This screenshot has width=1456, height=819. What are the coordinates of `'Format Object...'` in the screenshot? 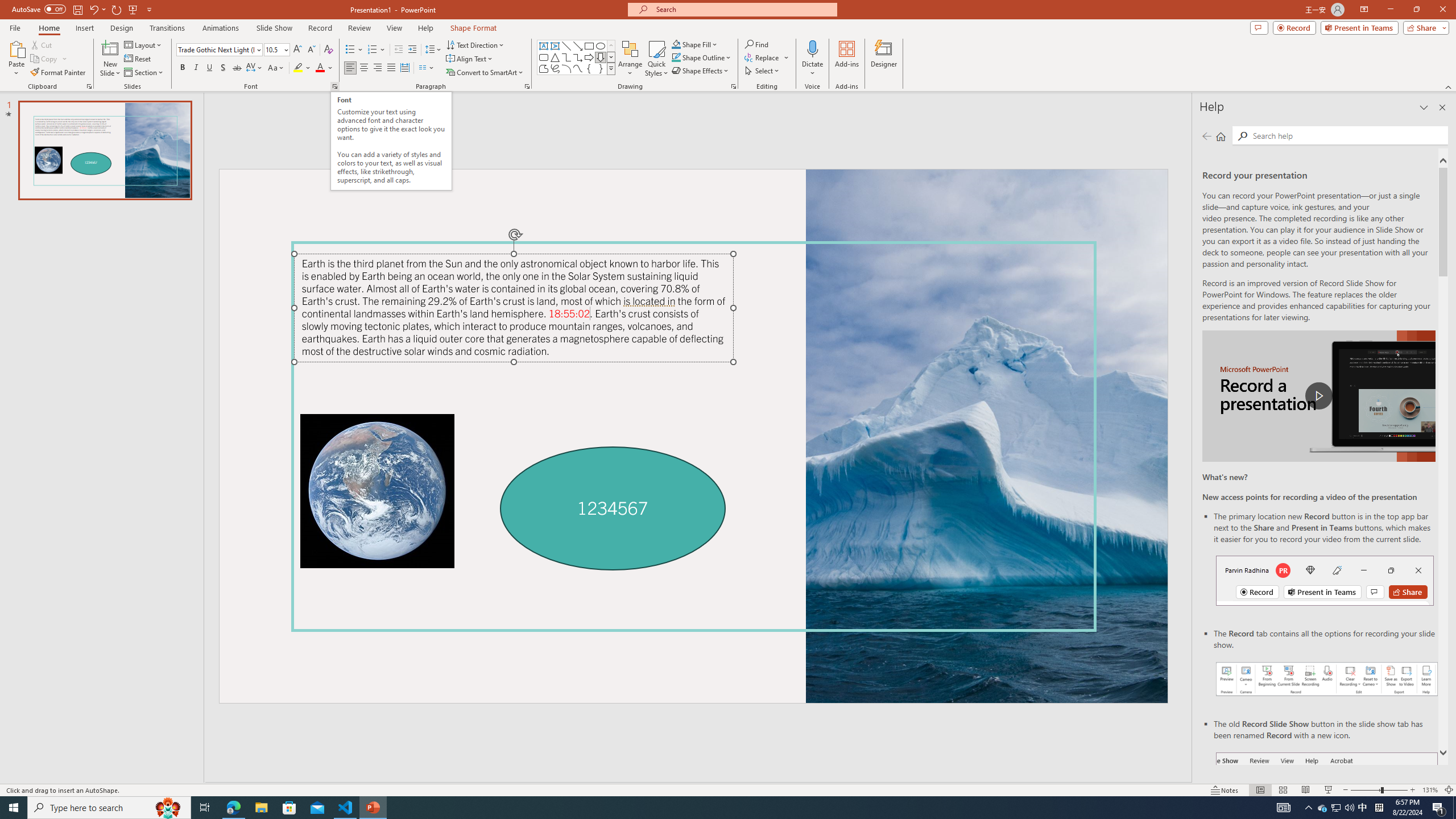 It's located at (733, 85).